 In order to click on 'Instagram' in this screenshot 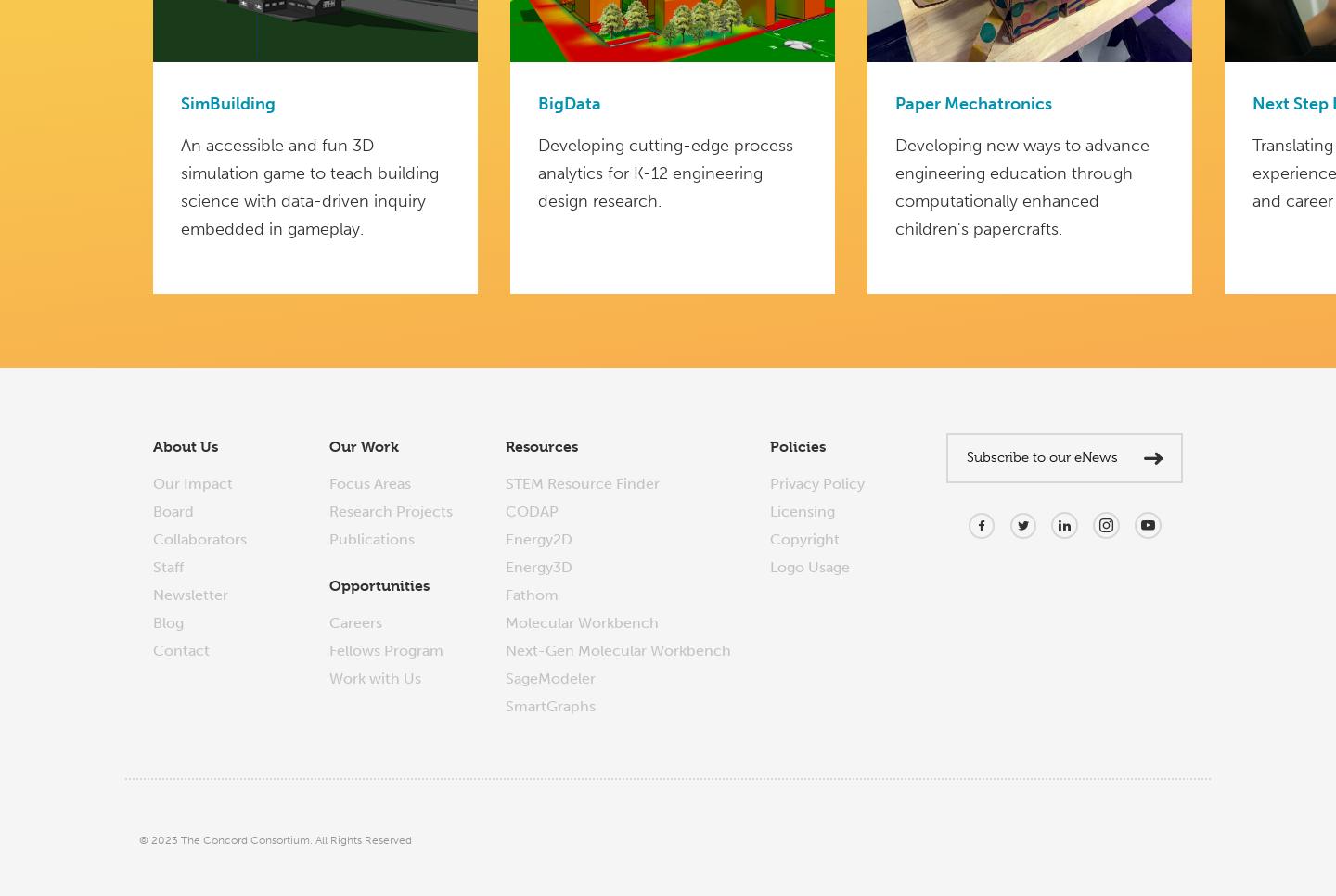, I will do `click(1127, 553)`.